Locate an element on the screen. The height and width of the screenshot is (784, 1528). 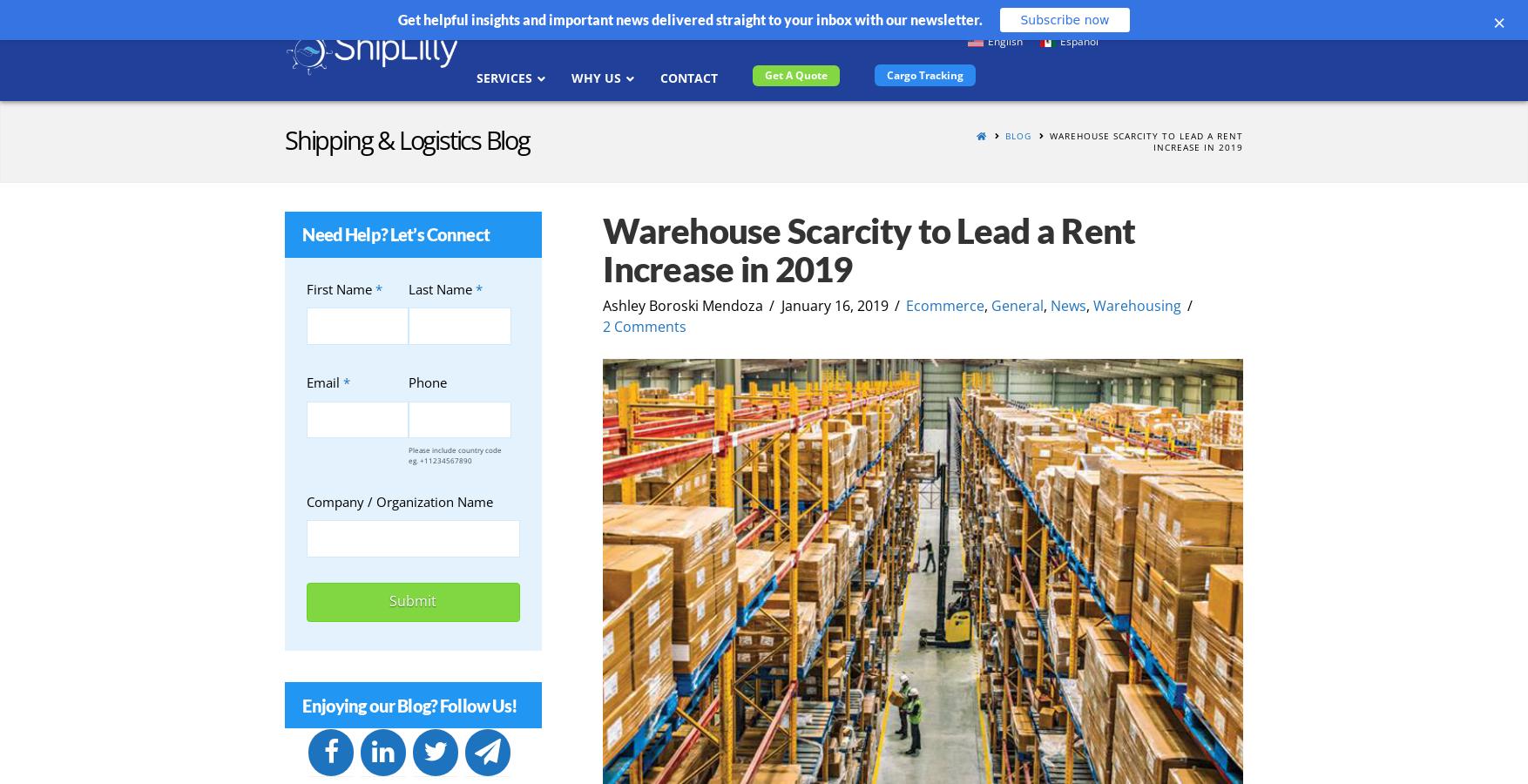
'English' is located at coordinates (1004, 39).